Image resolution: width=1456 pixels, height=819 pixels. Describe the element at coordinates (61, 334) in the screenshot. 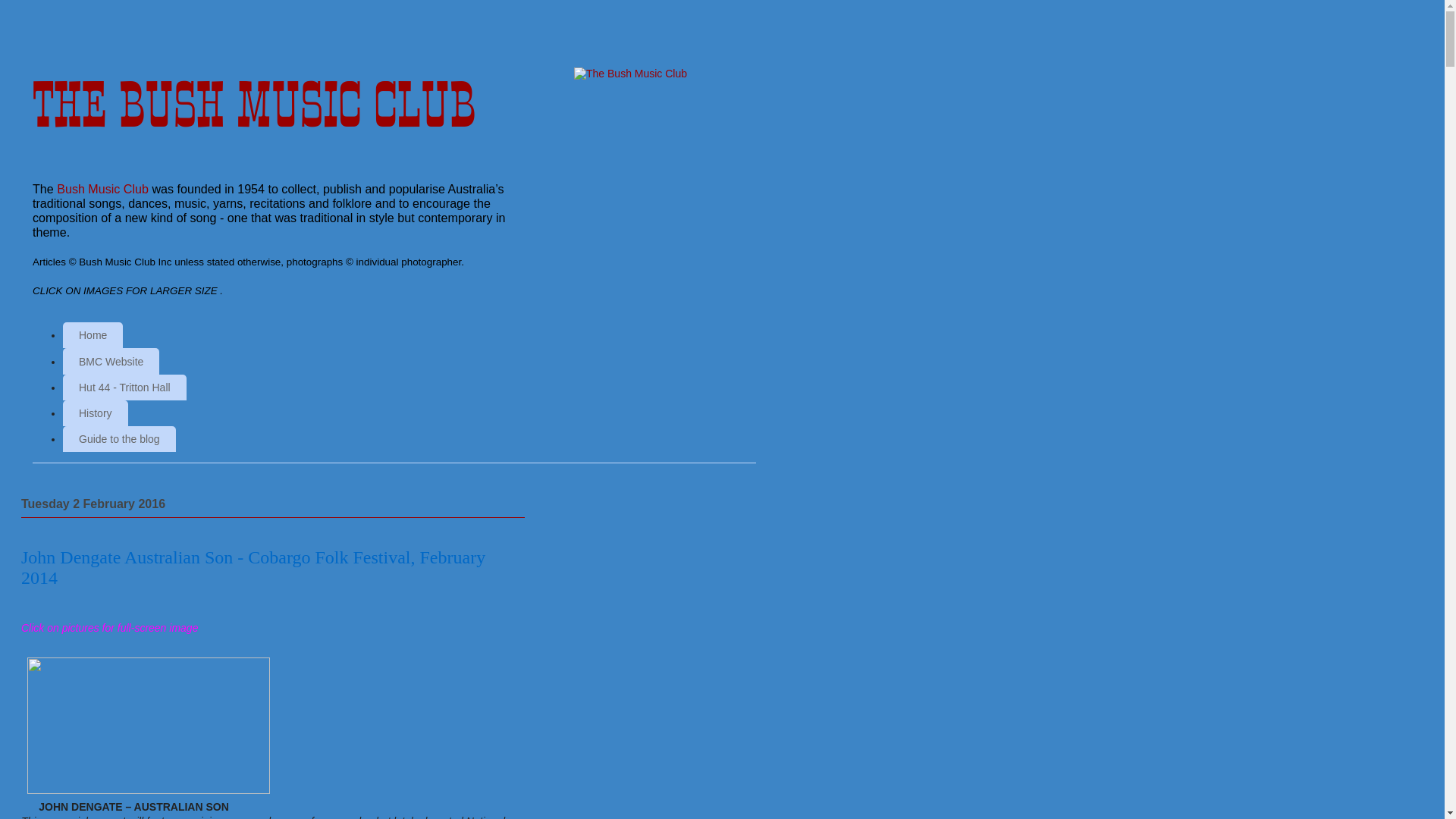

I see `'Home'` at that location.